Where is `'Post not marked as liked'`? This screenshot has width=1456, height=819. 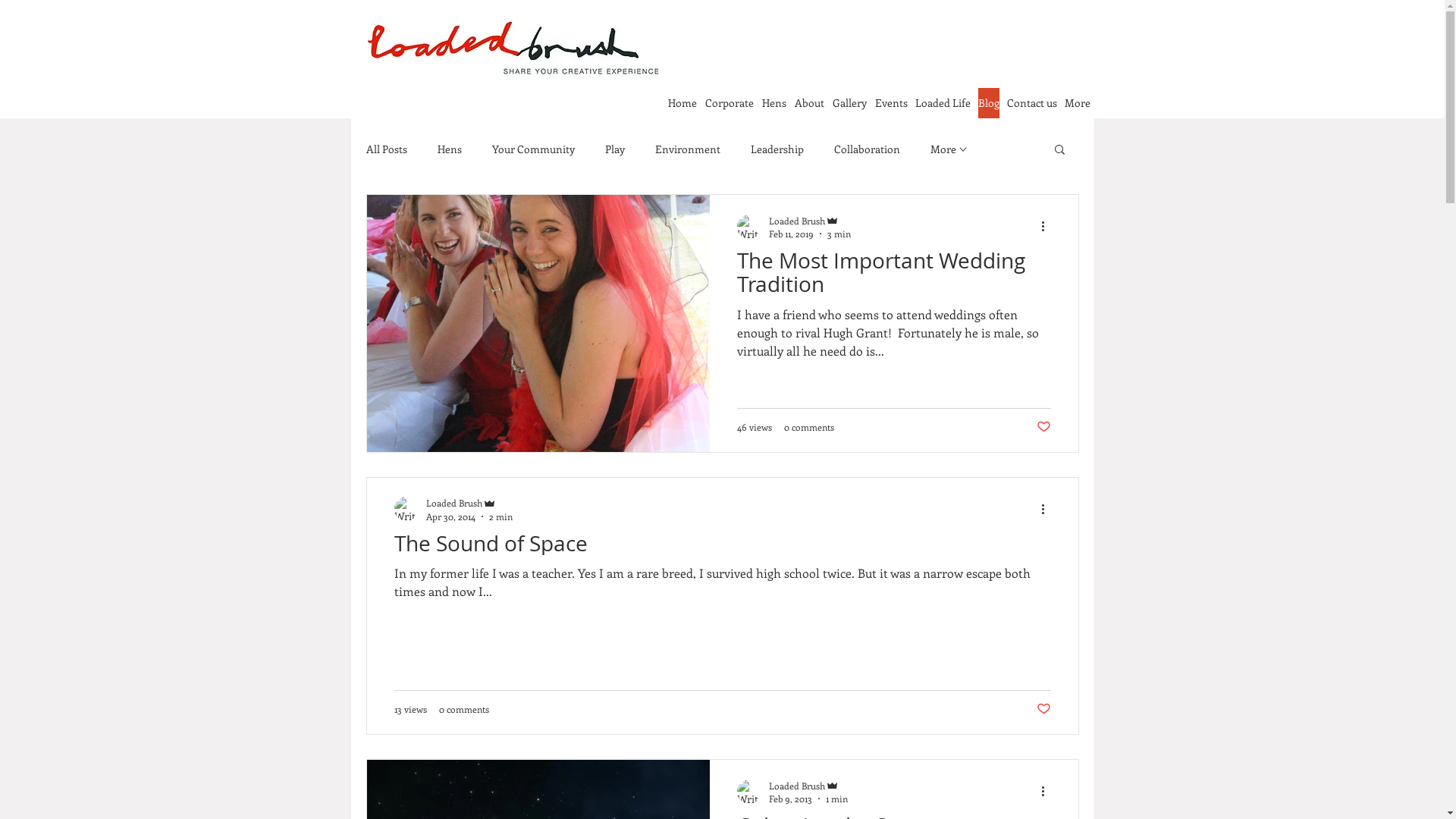 'Post not marked as liked' is located at coordinates (1042, 708).